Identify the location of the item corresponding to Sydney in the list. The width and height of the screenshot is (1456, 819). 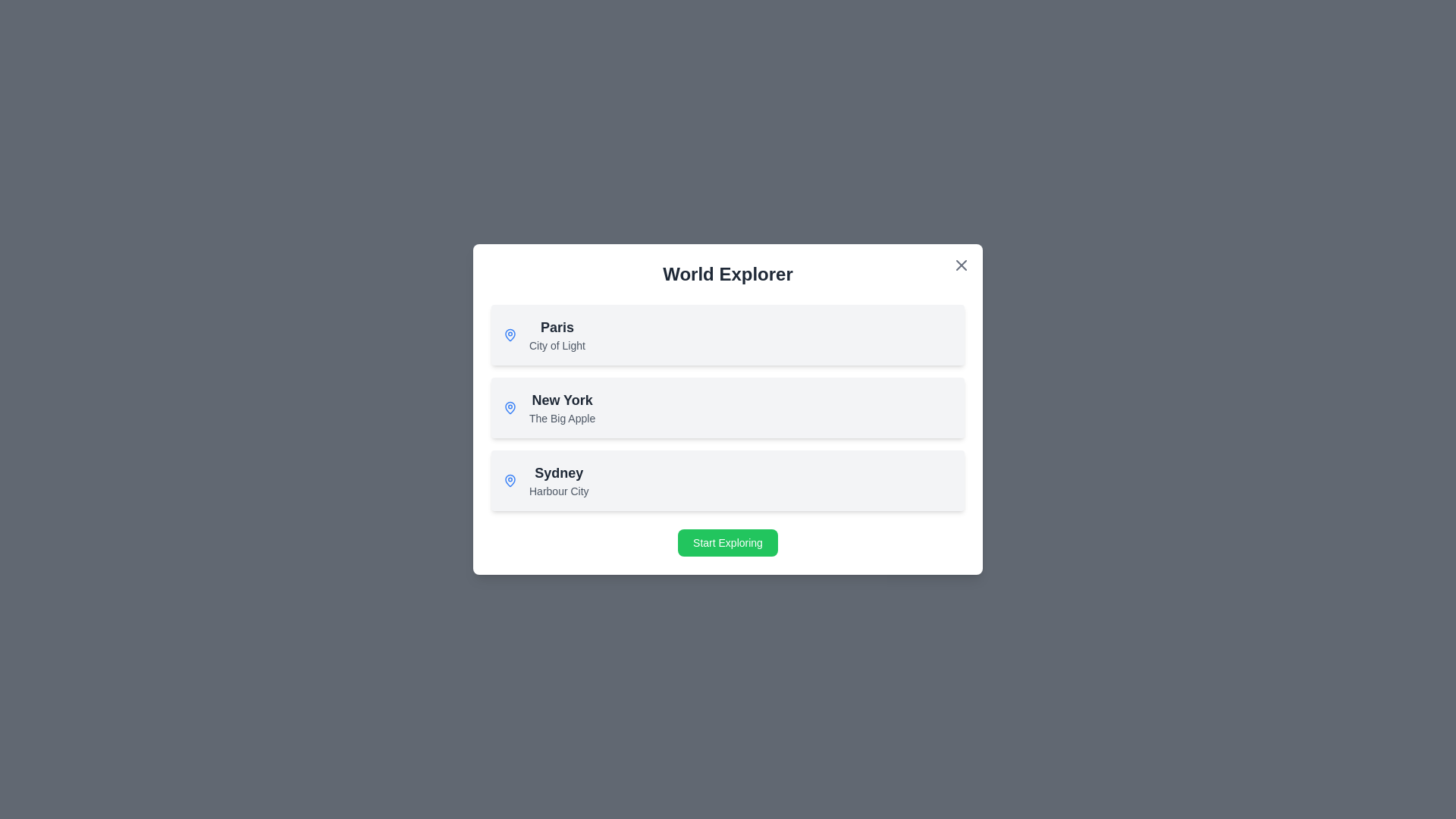
(728, 480).